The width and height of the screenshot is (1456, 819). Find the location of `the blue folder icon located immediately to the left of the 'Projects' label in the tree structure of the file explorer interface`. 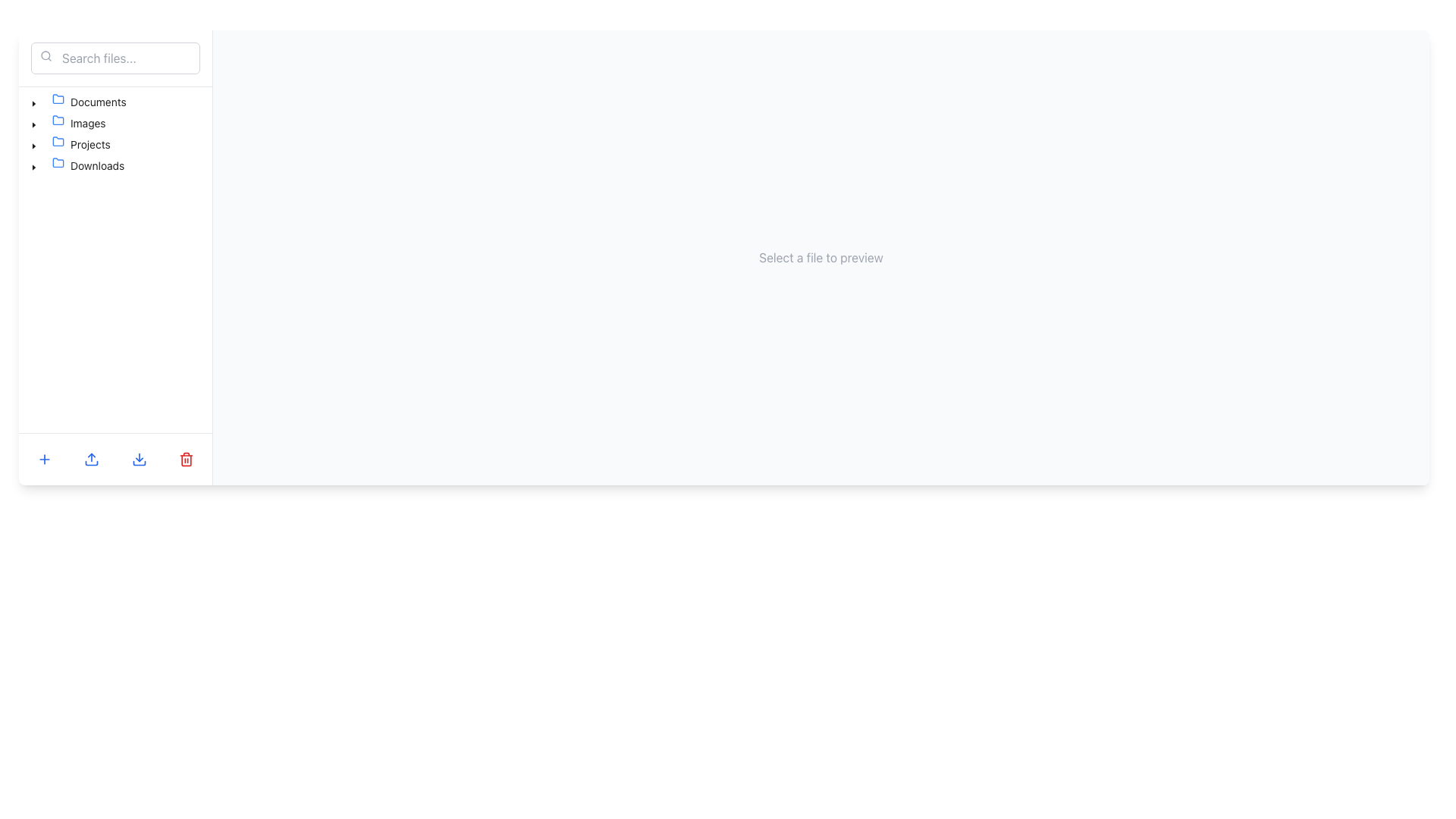

the blue folder icon located immediately to the left of the 'Projects' label in the tree structure of the file explorer interface is located at coordinates (61, 145).